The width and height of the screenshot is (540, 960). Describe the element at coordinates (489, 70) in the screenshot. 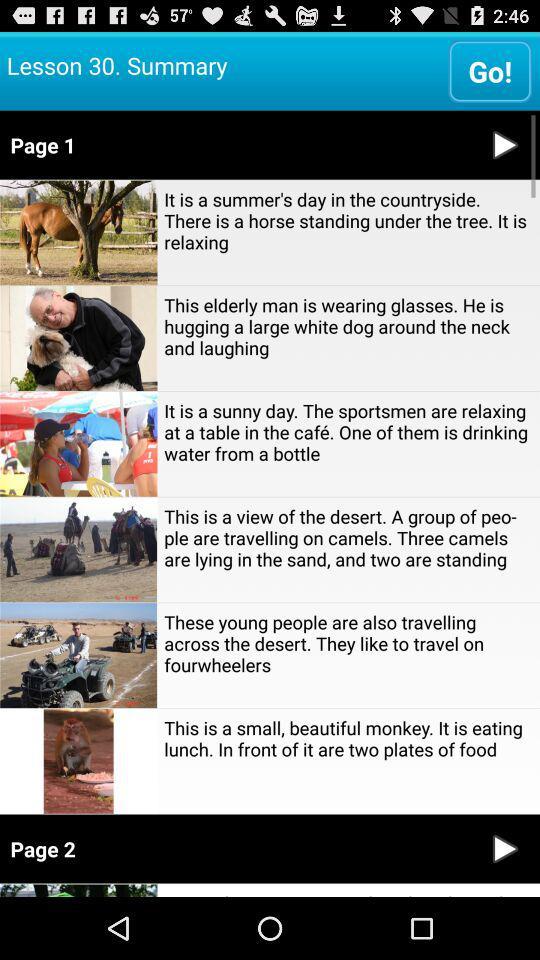

I see `go! button` at that location.